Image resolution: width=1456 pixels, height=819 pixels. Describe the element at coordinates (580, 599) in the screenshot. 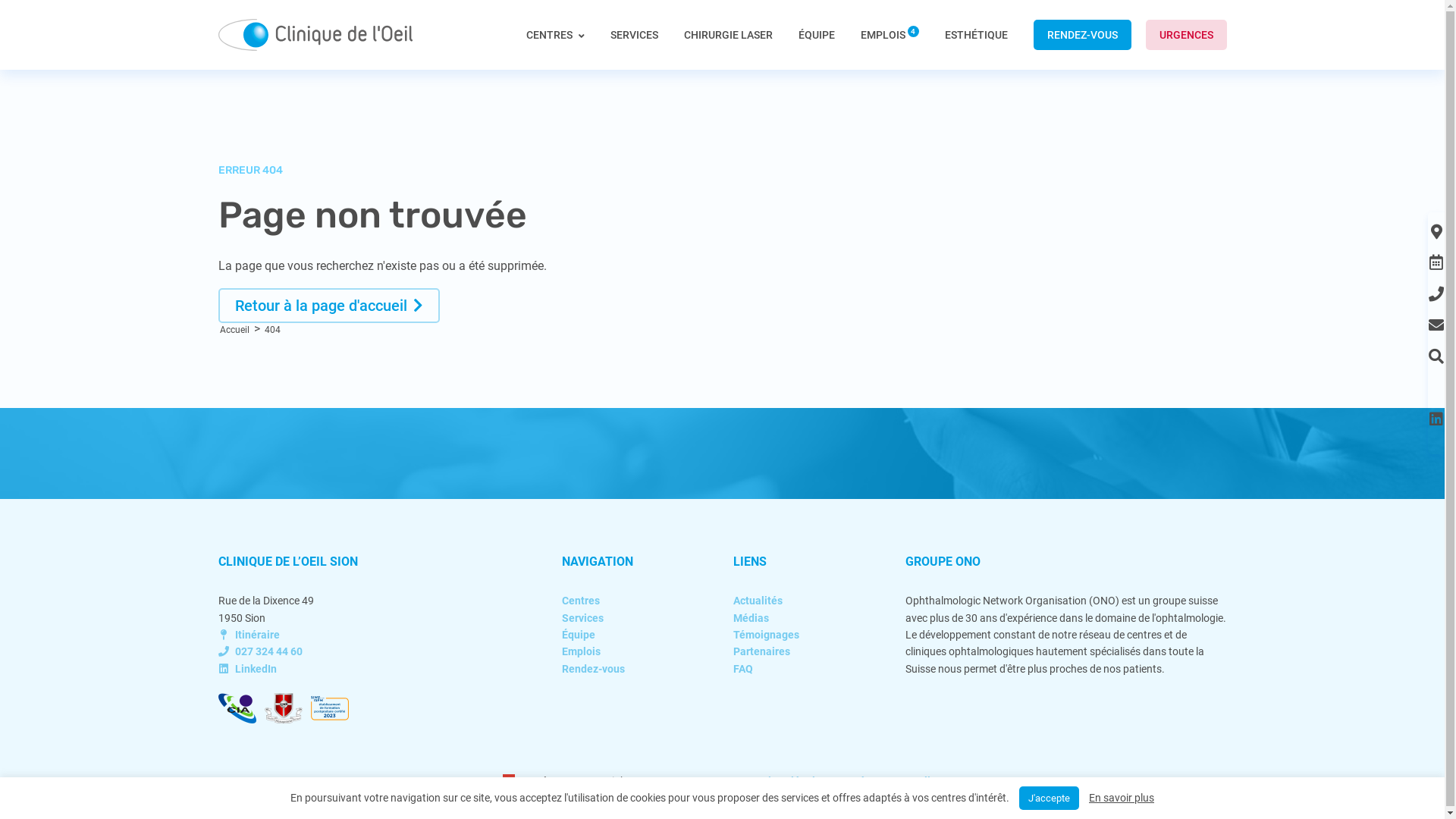

I see `'Centres'` at that location.